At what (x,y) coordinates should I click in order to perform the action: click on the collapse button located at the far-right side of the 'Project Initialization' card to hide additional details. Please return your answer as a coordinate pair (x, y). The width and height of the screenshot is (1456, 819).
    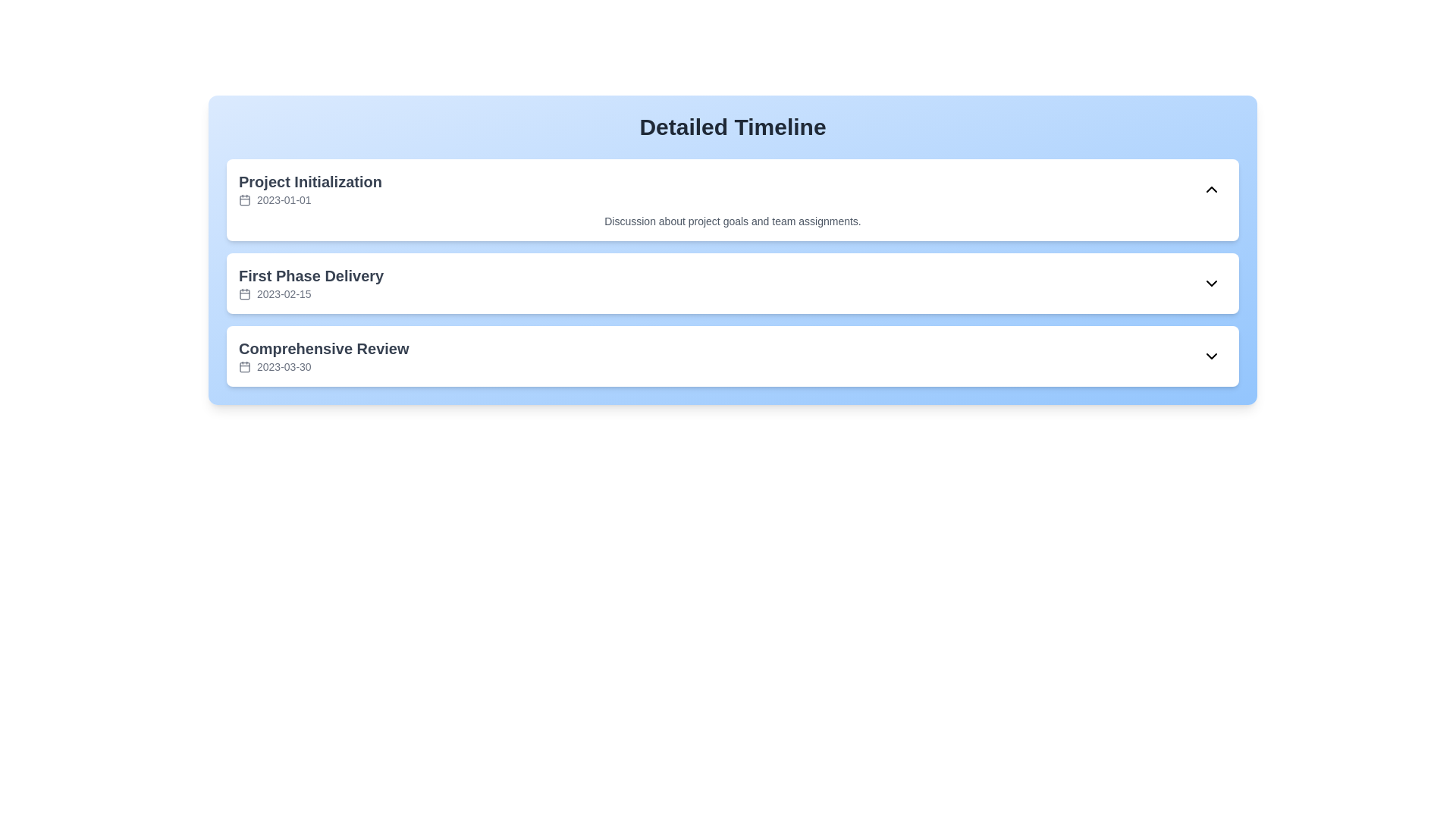
    Looking at the image, I should click on (1211, 189).